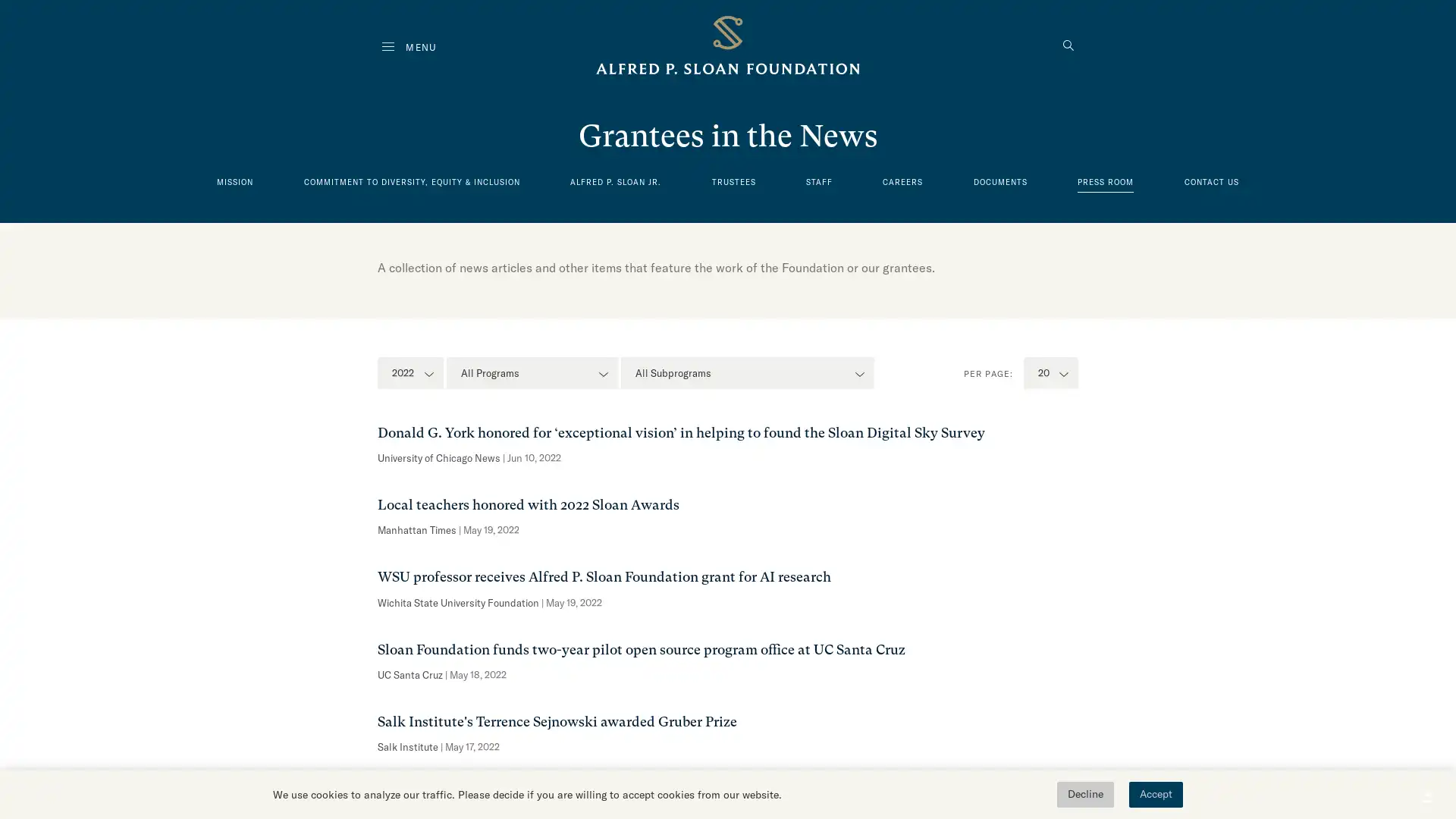  What do you see at coordinates (1084, 794) in the screenshot?
I see `Decline` at bounding box center [1084, 794].